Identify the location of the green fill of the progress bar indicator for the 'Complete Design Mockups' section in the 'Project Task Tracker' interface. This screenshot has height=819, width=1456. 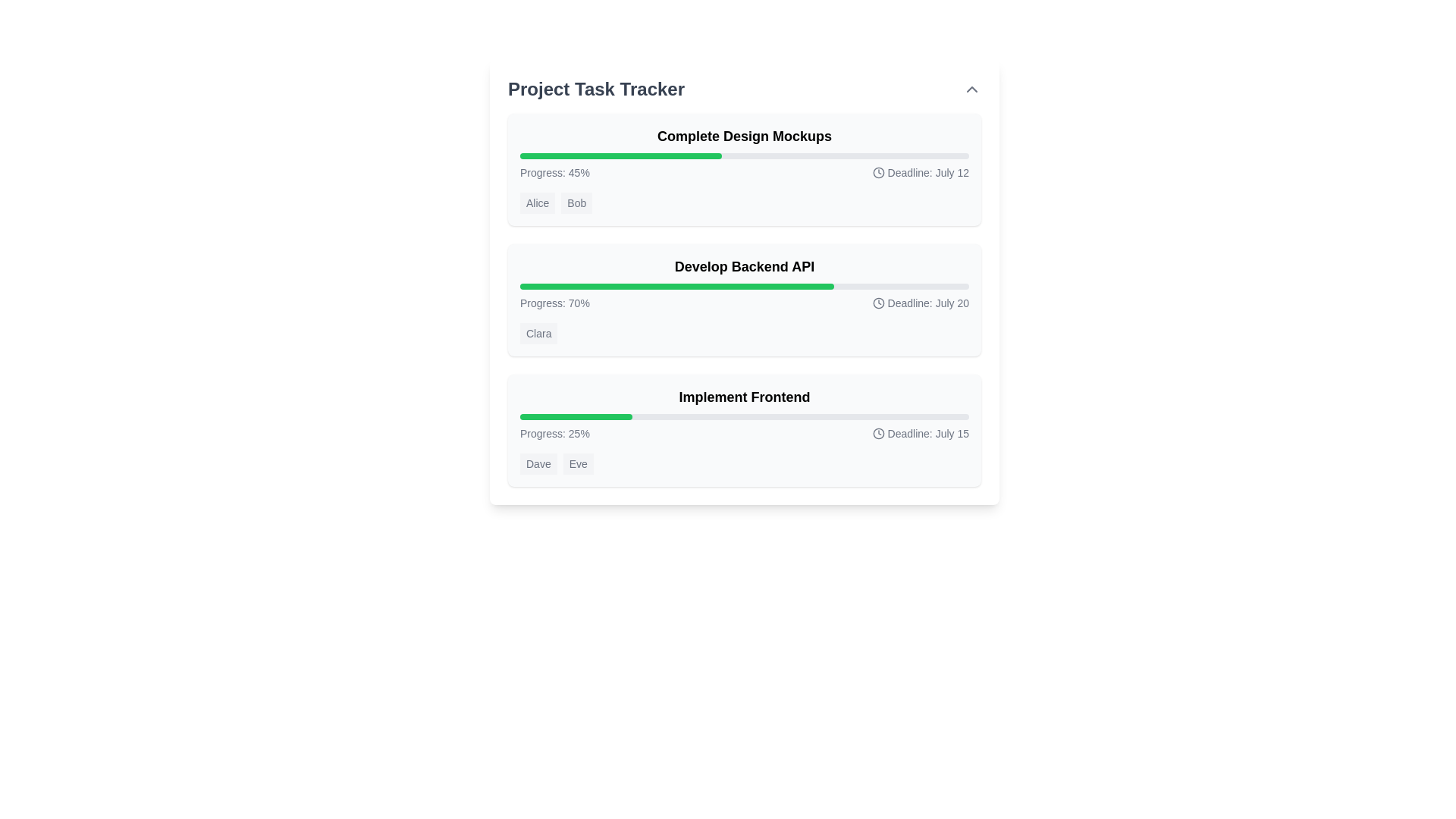
(676, 287).